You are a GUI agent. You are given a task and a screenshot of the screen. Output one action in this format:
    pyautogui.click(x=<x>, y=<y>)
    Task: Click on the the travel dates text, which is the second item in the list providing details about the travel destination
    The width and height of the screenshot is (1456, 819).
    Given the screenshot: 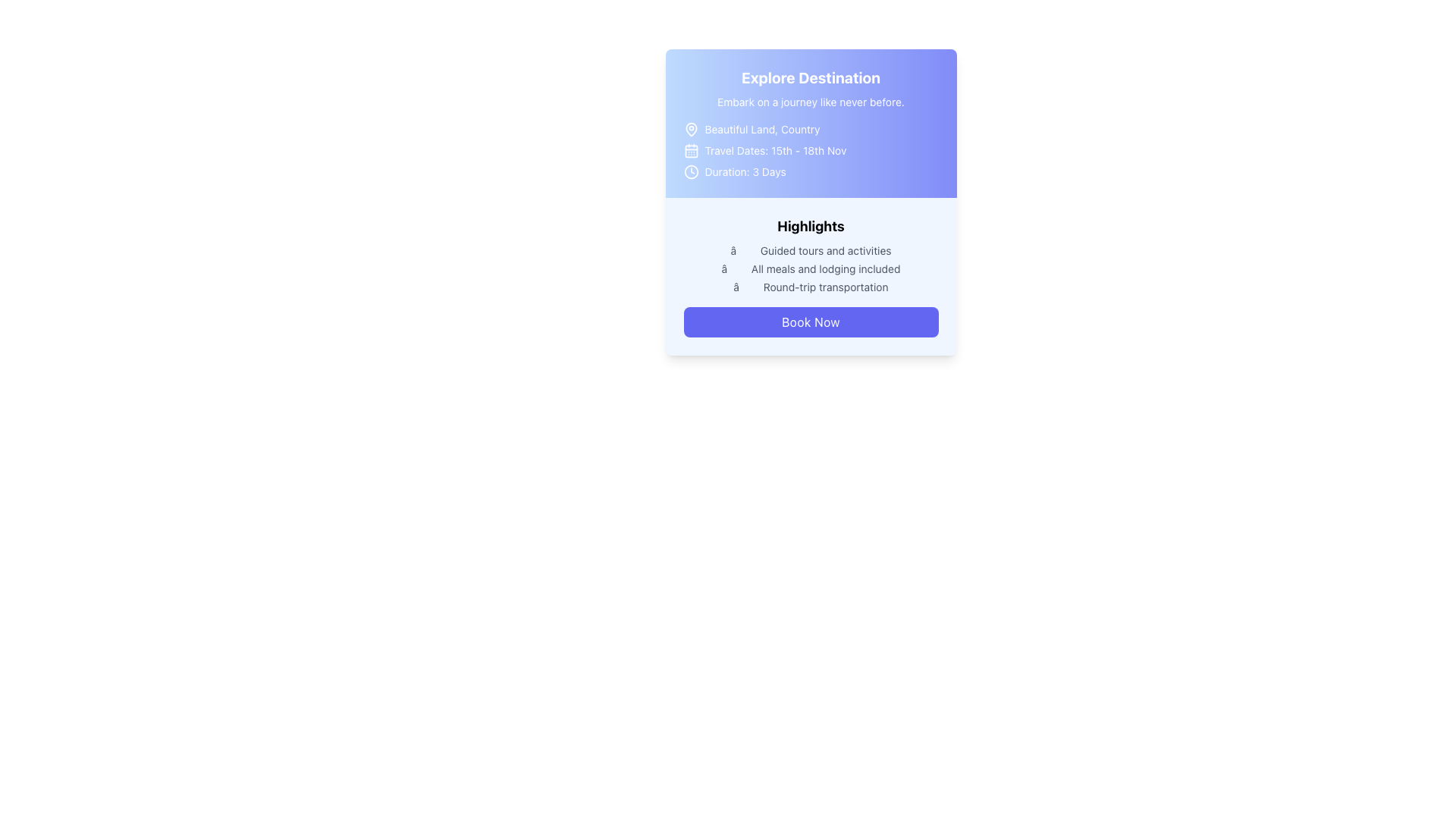 What is the action you would take?
    pyautogui.click(x=775, y=151)
    